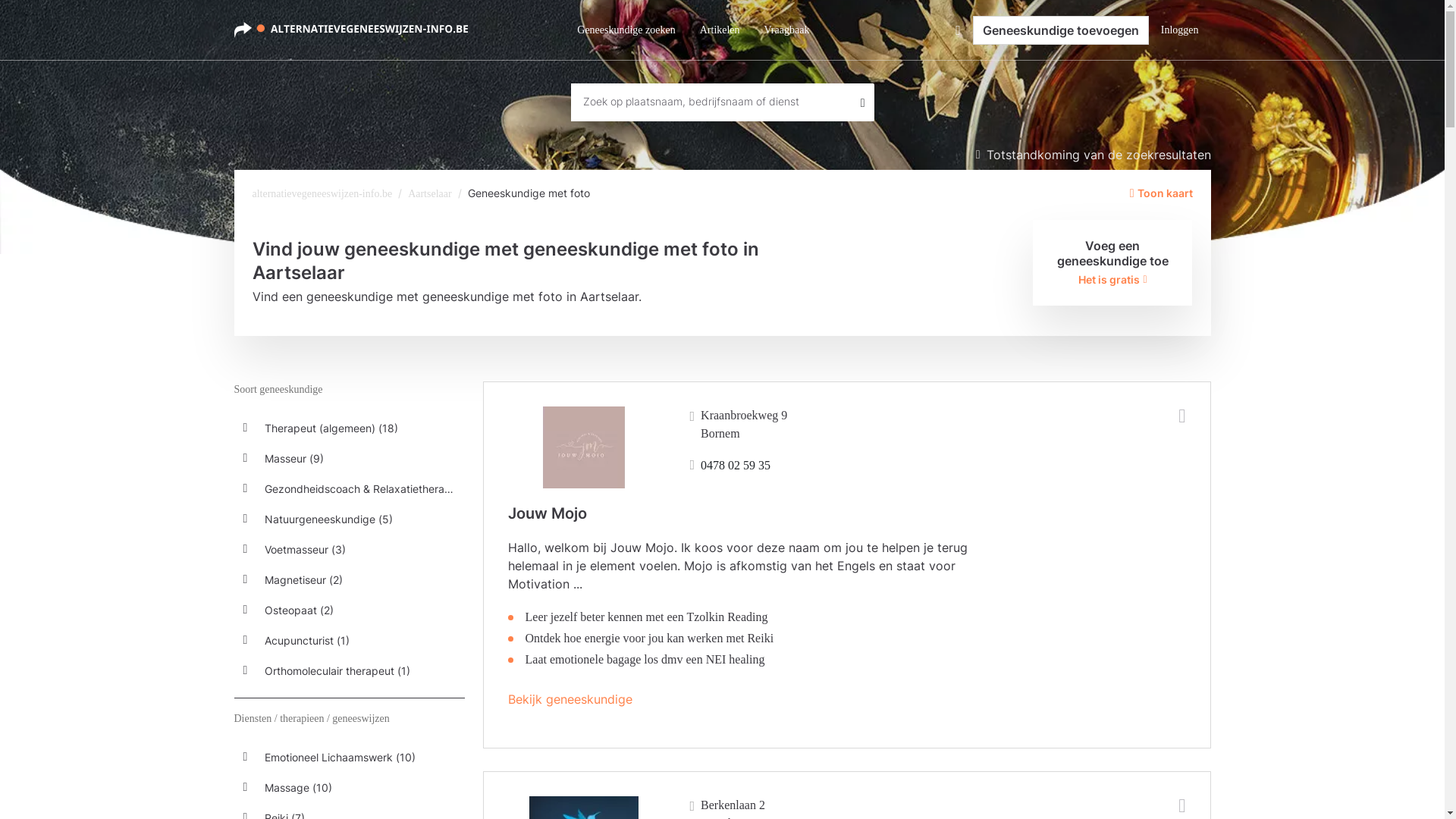  What do you see at coordinates (786, 30) in the screenshot?
I see `'Vraagbaak'` at bounding box center [786, 30].